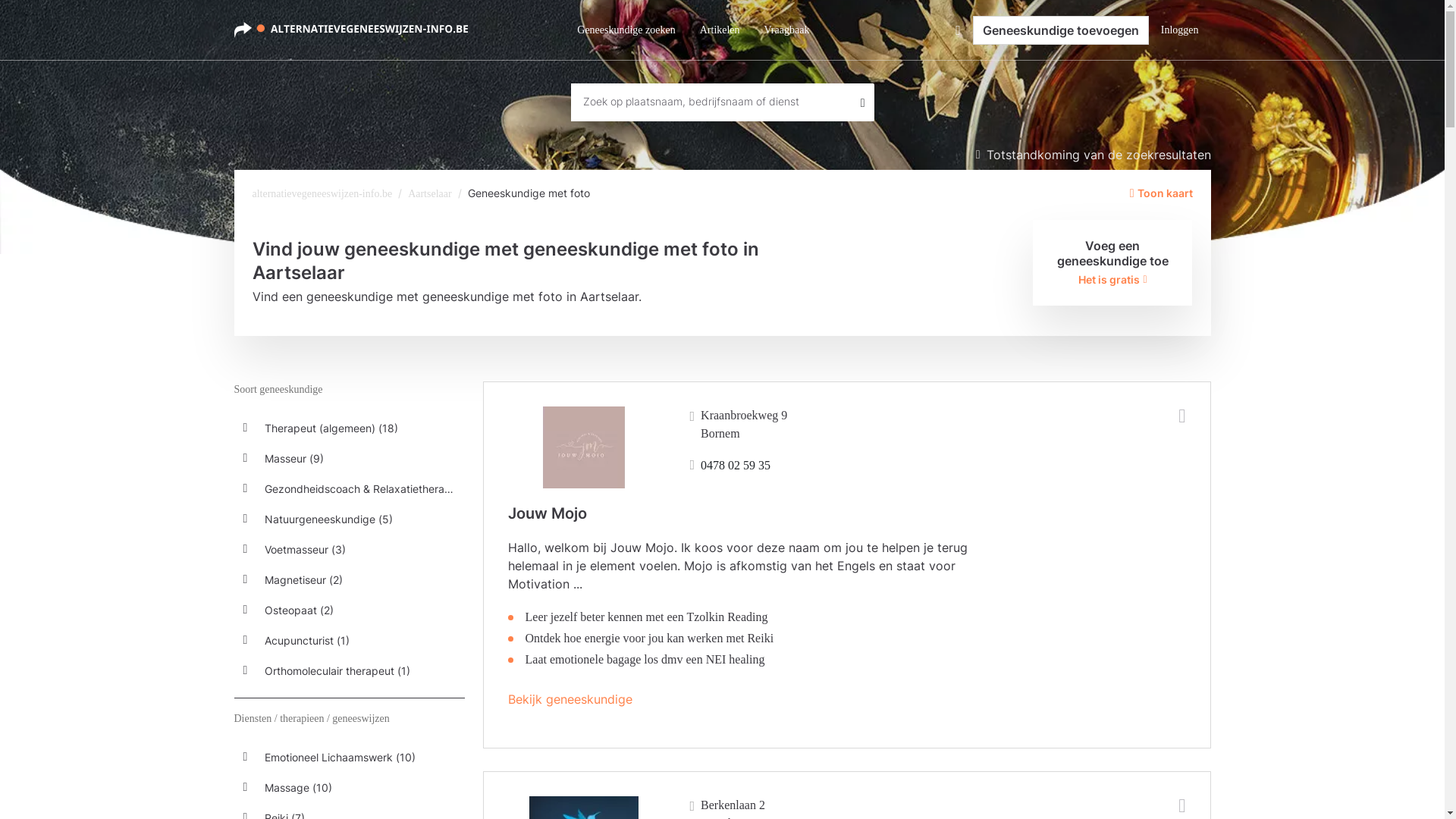  What do you see at coordinates (786, 30) in the screenshot?
I see `'Vraagbaak'` at bounding box center [786, 30].